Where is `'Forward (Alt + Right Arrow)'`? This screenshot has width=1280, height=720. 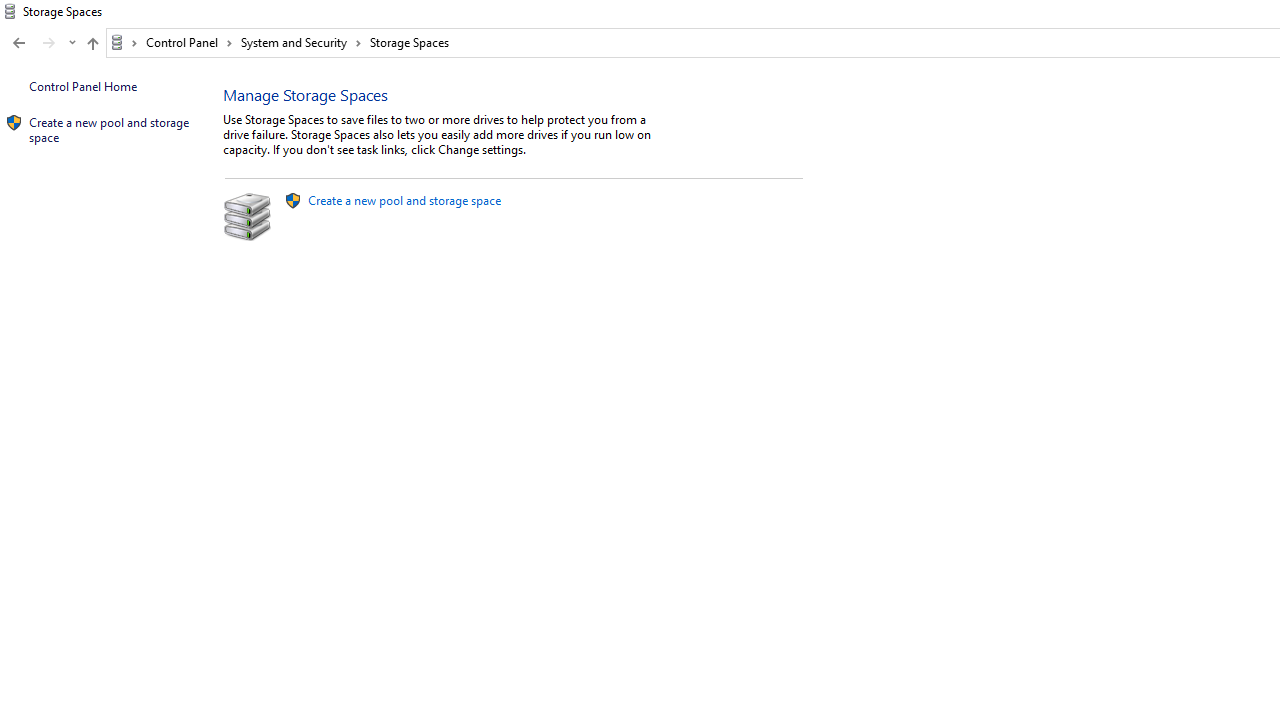
'Forward (Alt + Right Arrow)' is located at coordinates (49, 43).